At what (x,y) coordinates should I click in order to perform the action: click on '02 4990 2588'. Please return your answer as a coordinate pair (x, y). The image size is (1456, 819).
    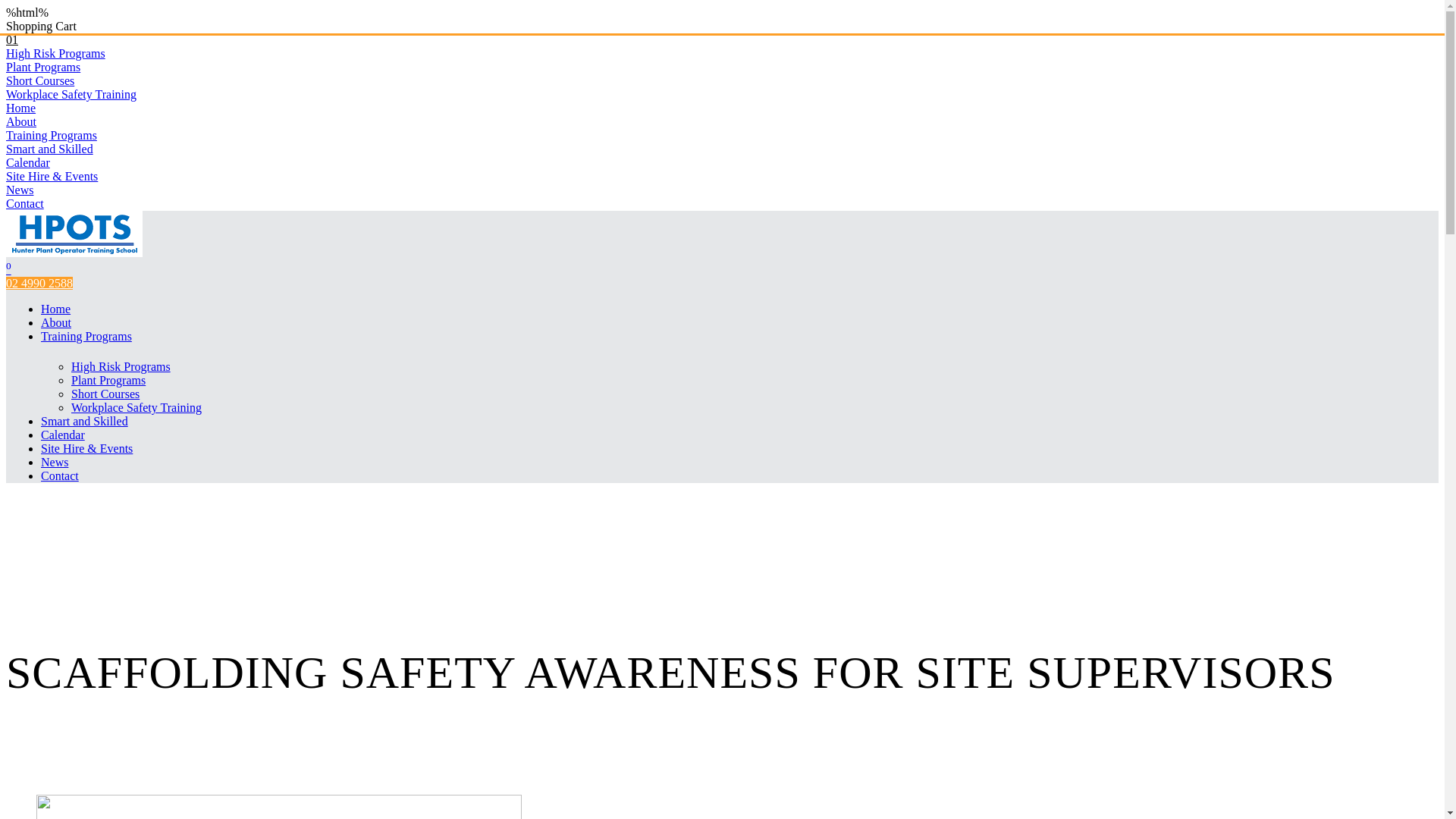
    Looking at the image, I should click on (39, 283).